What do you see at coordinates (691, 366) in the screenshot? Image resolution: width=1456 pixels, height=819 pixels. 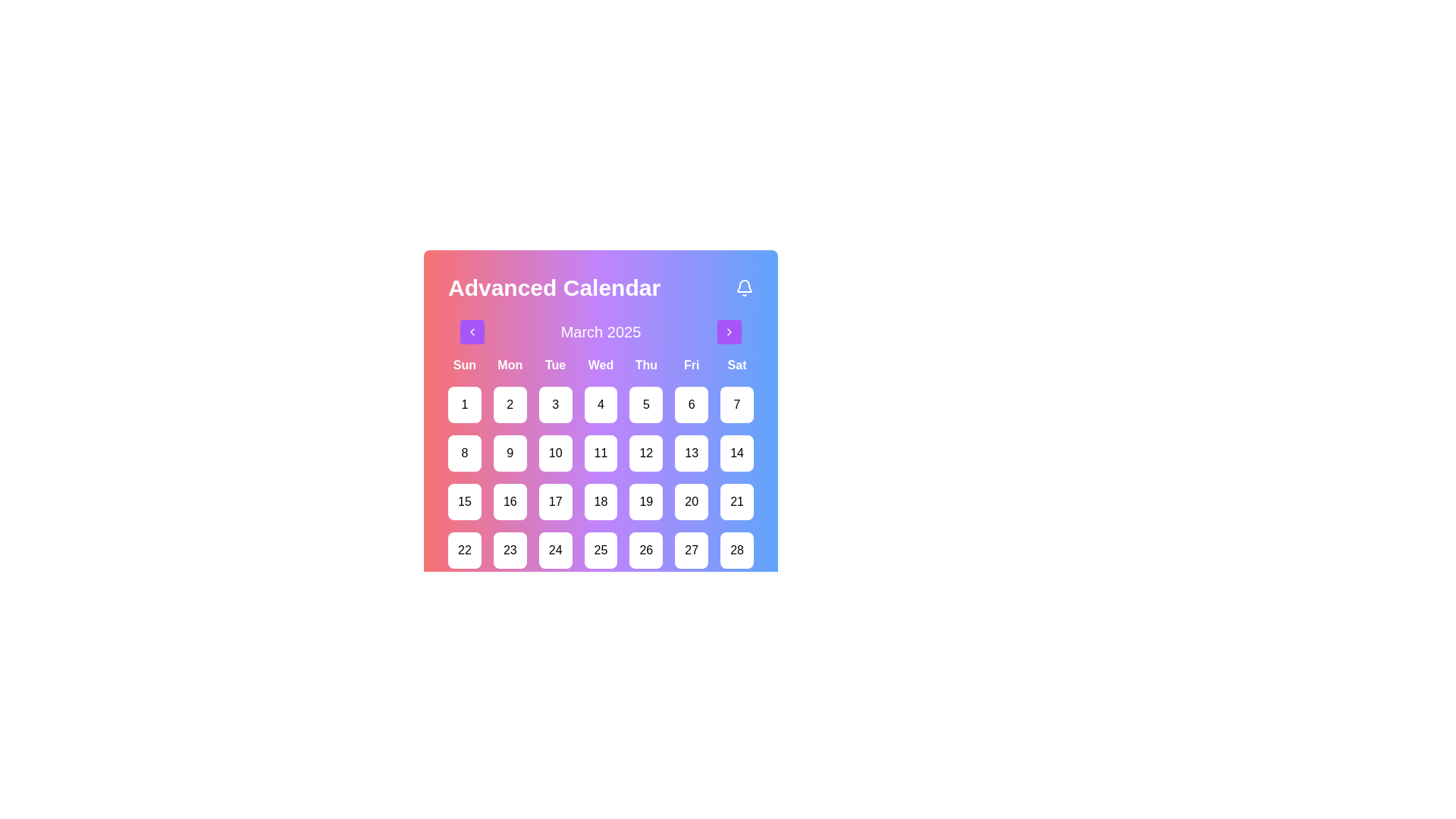 I see `the static label for Friday in the calendar header section, which is the sixth label in the row of days of the week, located between 'Thu' and 'Sat'` at bounding box center [691, 366].